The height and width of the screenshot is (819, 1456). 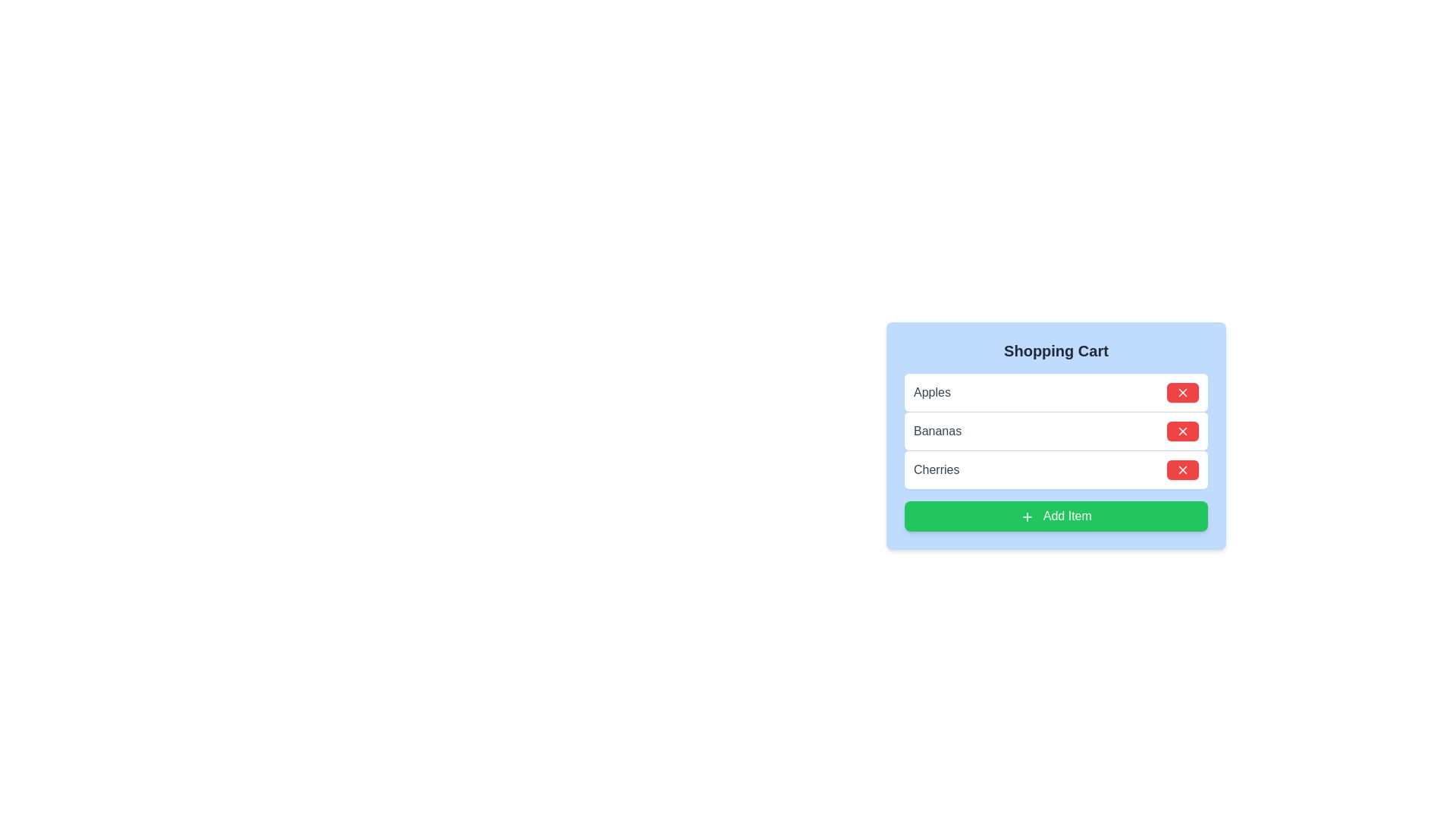 What do you see at coordinates (1182, 431) in the screenshot?
I see `the small, red-colored button with a white 'X' icon located in the 'Bananas' row of the shopping cart list` at bounding box center [1182, 431].